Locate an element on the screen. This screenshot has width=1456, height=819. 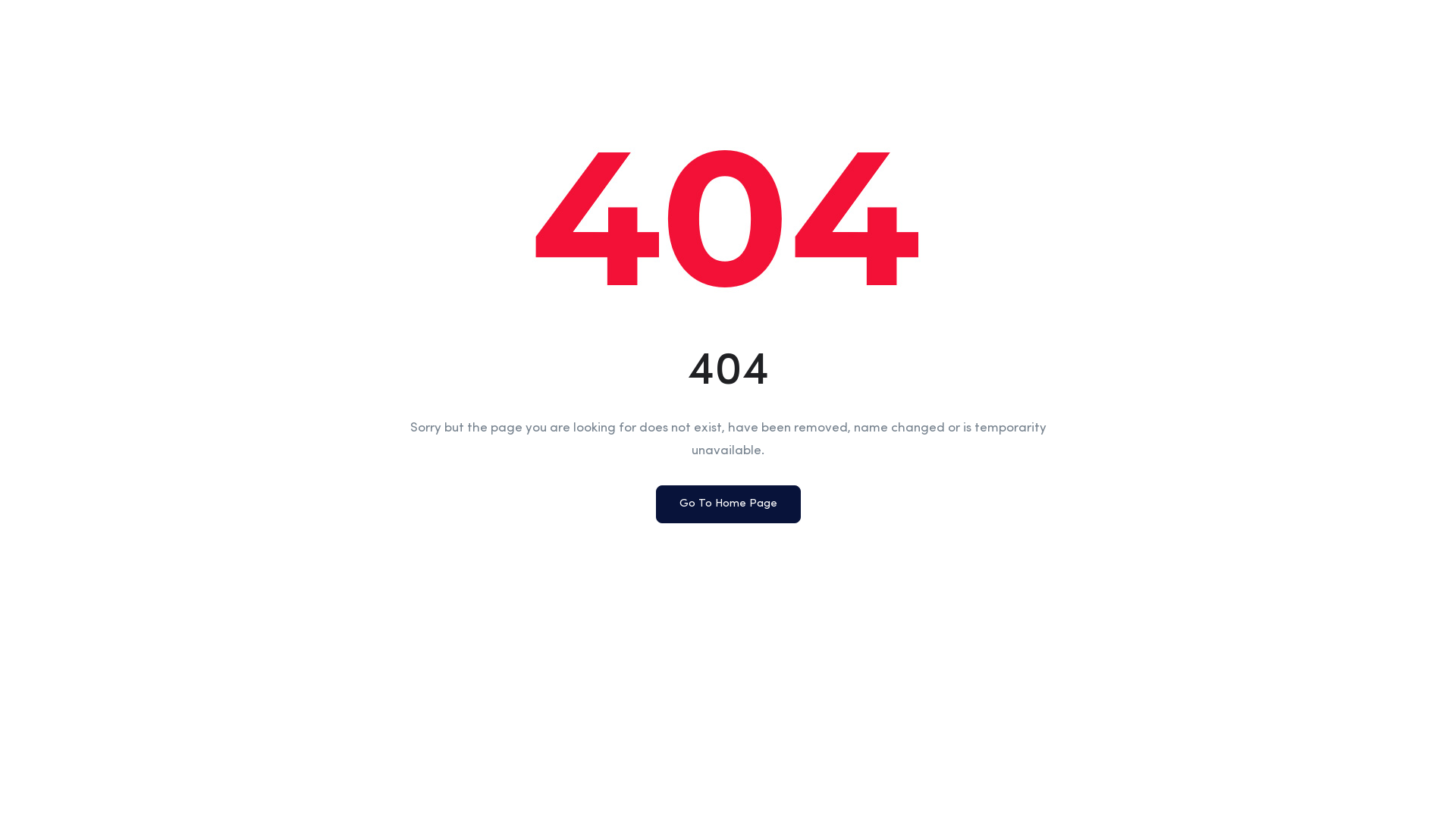
'Go To Home Page' is located at coordinates (655, 504).